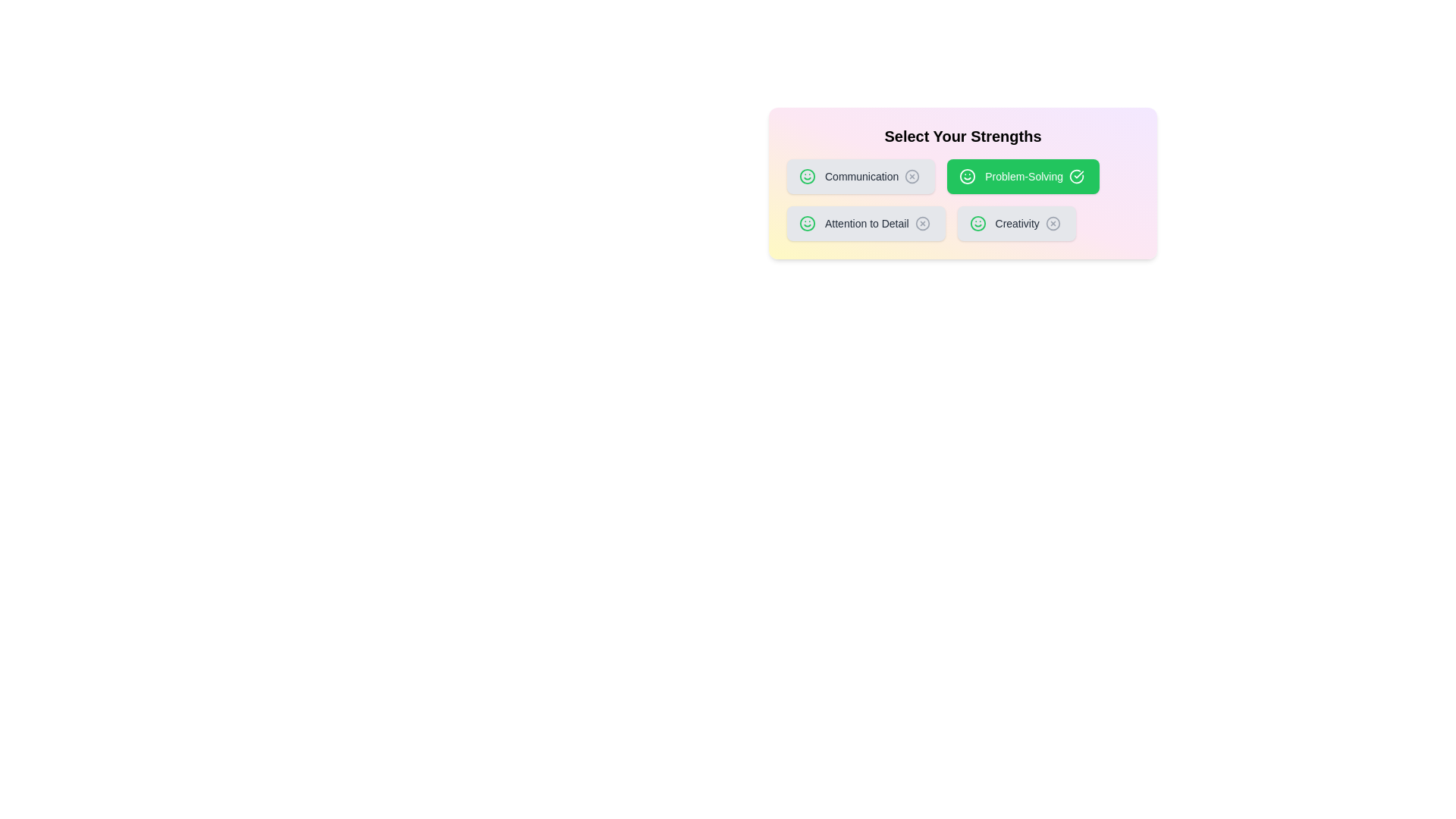  Describe the element at coordinates (962, 136) in the screenshot. I see `the title of the component, which is 'Select Your Strengths'` at that location.